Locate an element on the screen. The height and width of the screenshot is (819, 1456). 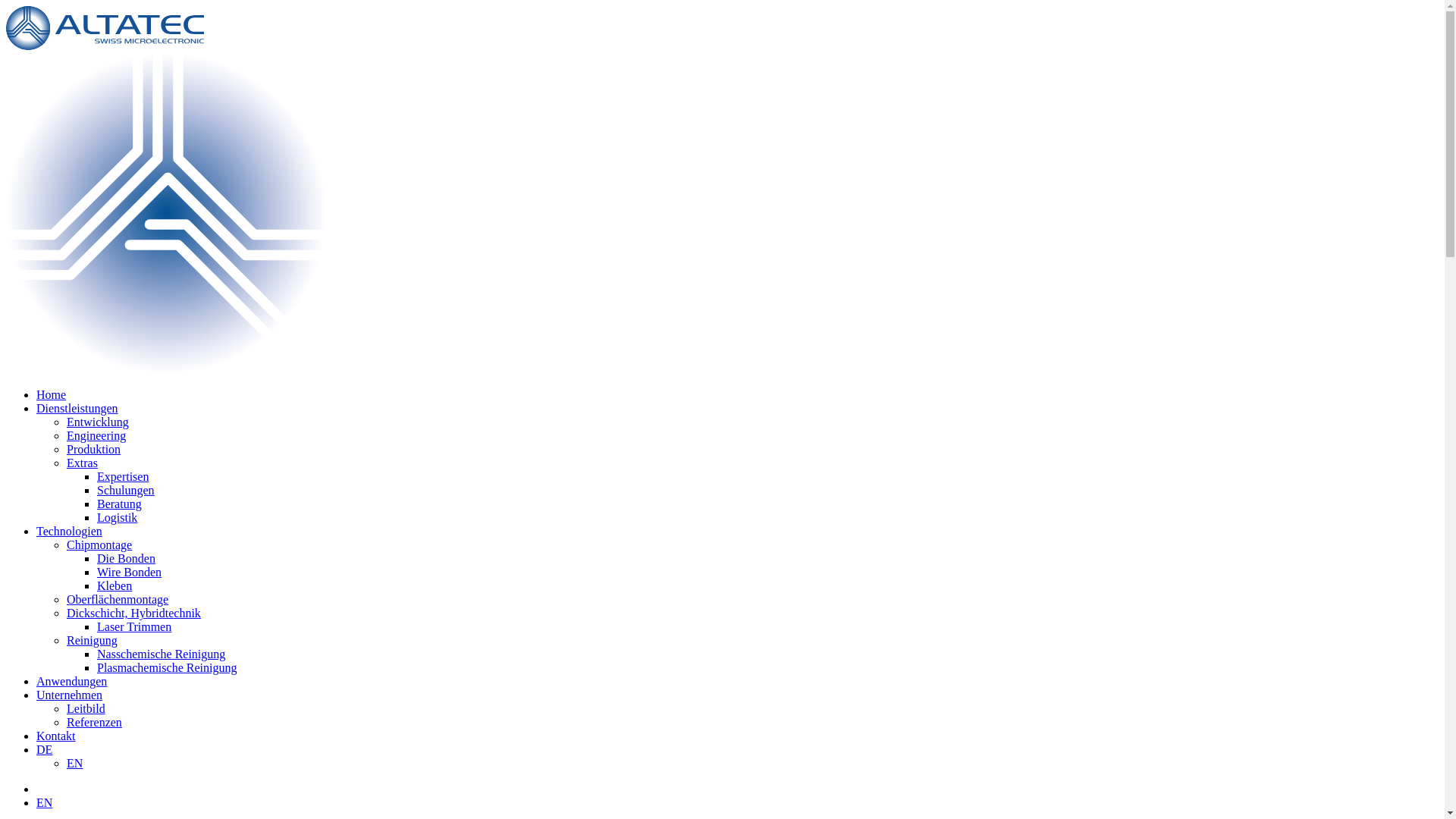
'Schulungen' is located at coordinates (126, 490).